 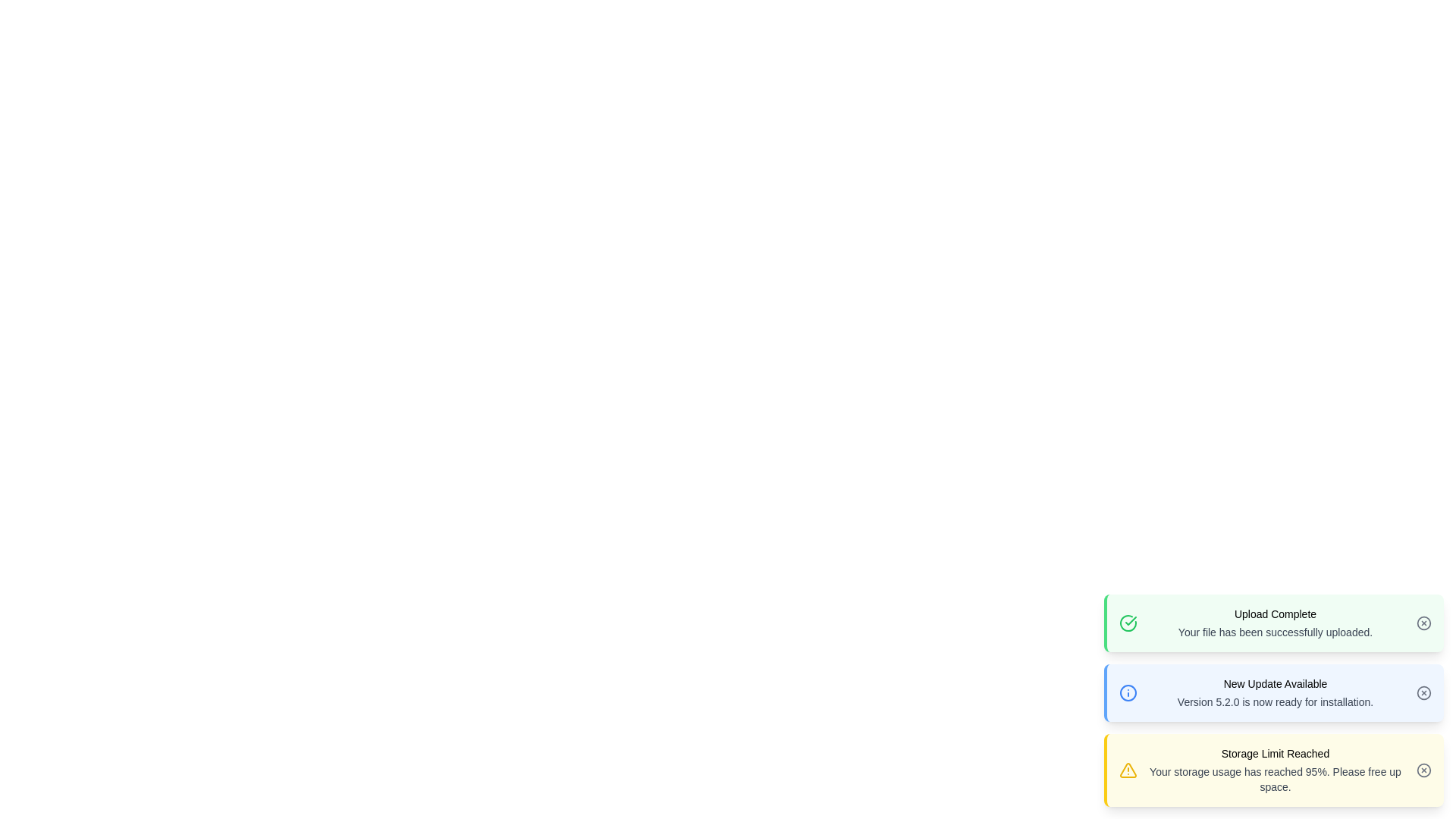 What do you see at coordinates (1274, 623) in the screenshot?
I see `the Text Area displaying the upload status message, which confirms the successful completion of the file upload` at bounding box center [1274, 623].